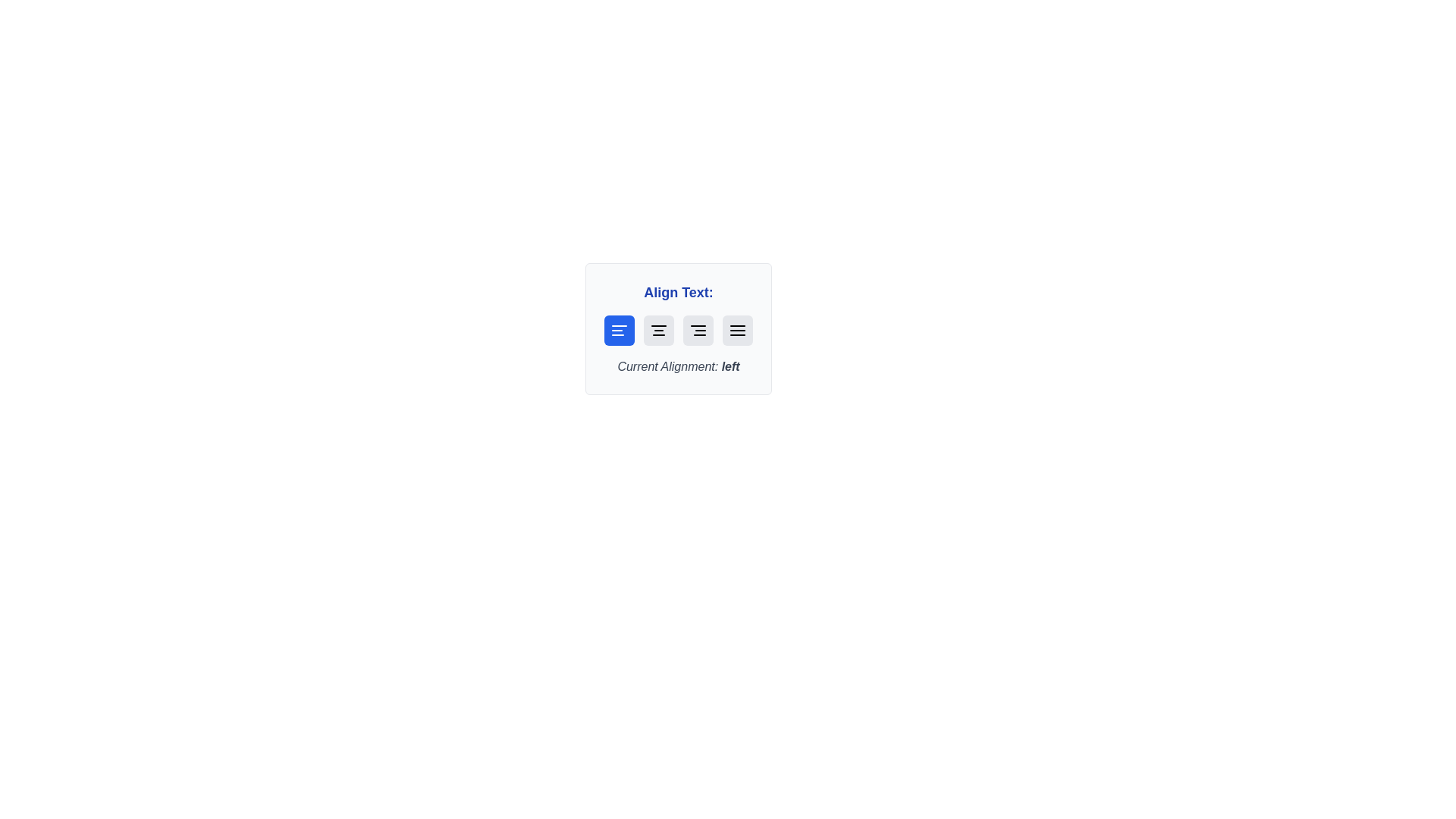 This screenshot has height=819, width=1456. What do you see at coordinates (738, 329) in the screenshot?
I see `button corresponding to the desired text alignment: justify` at bounding box center [738, 329].